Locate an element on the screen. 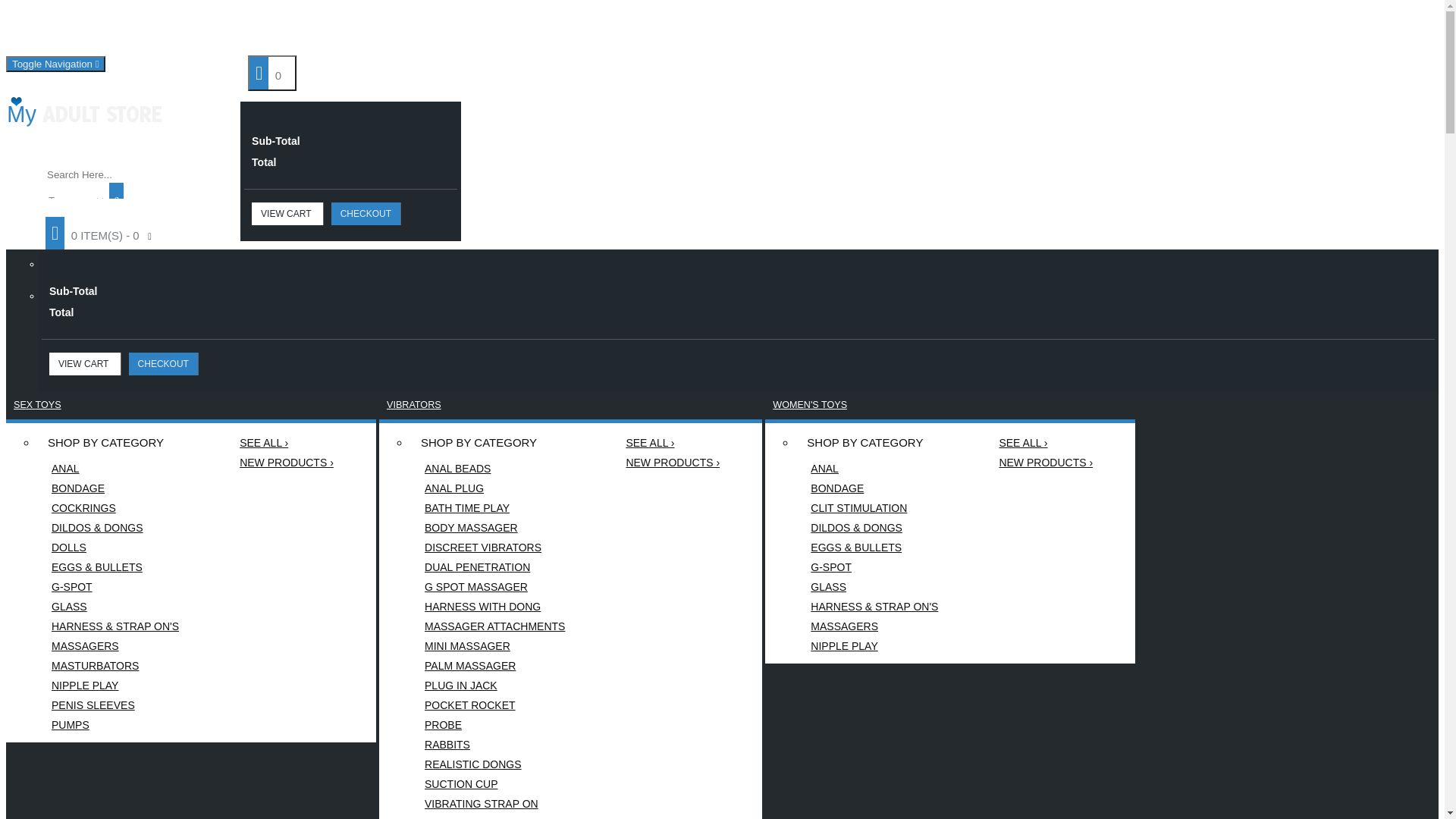 The width and height of the screenshot is (1456, 819). 'VIBRATING STRAP ON' is located at coordinates (494, 803).